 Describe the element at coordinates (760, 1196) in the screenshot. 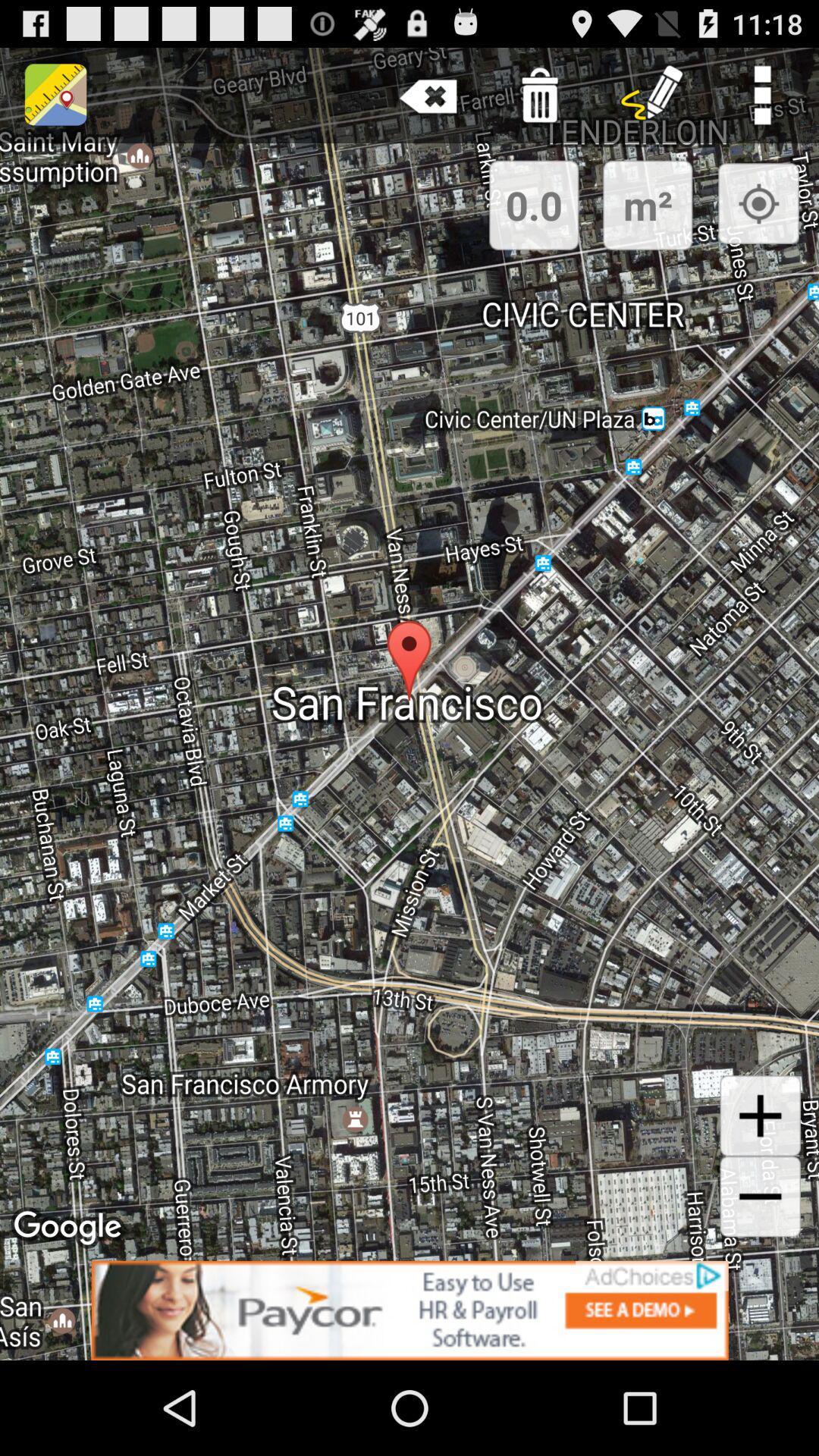

I see `zoom out map` at that location.